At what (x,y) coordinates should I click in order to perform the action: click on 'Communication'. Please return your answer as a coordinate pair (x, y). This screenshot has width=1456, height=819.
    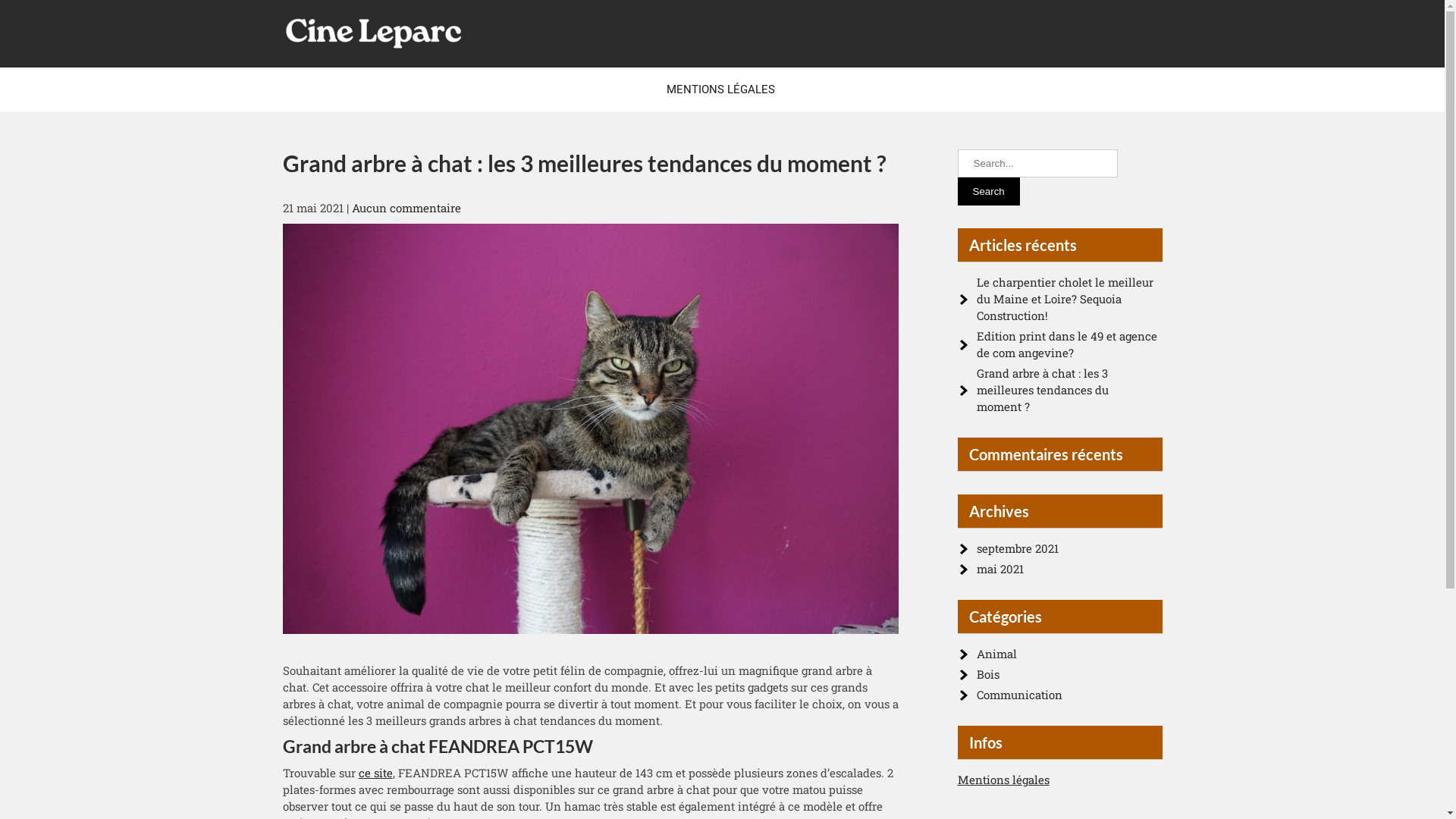
    Looking at the image, I should click on (1019, 694).